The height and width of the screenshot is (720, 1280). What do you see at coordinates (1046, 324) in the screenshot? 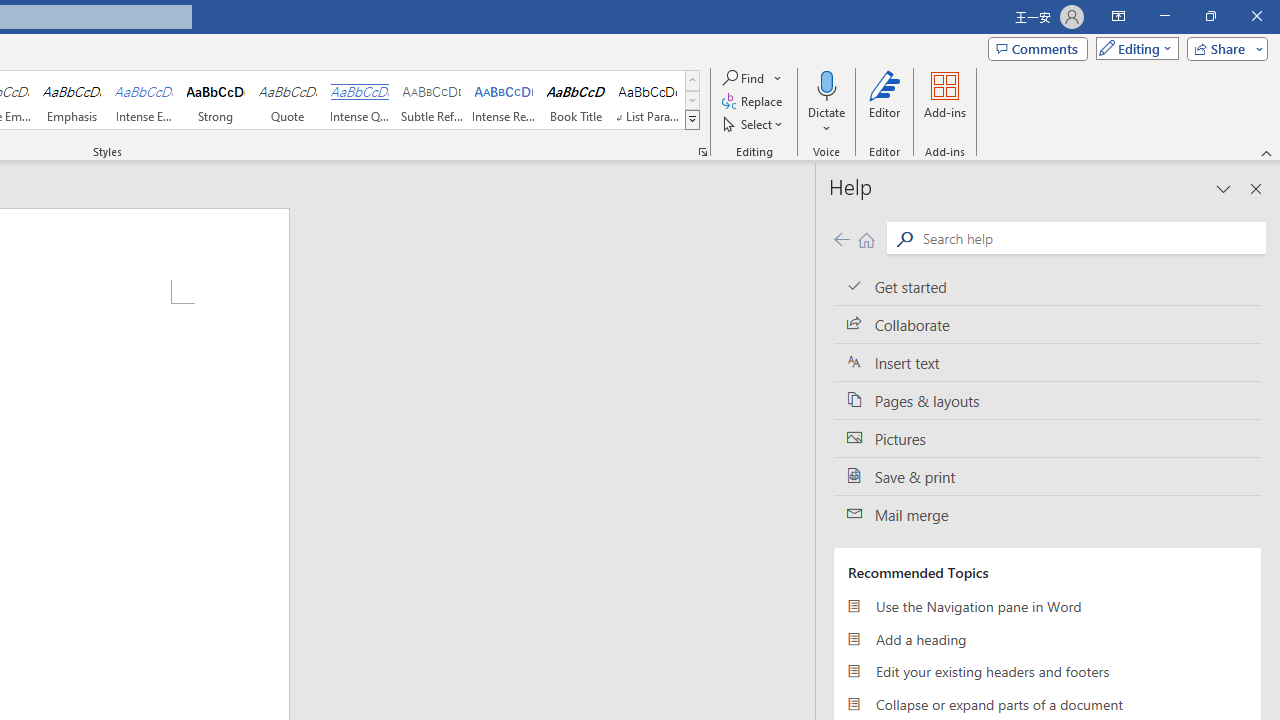
I see `'Collaborate'` at bounding box center [1046, 324].